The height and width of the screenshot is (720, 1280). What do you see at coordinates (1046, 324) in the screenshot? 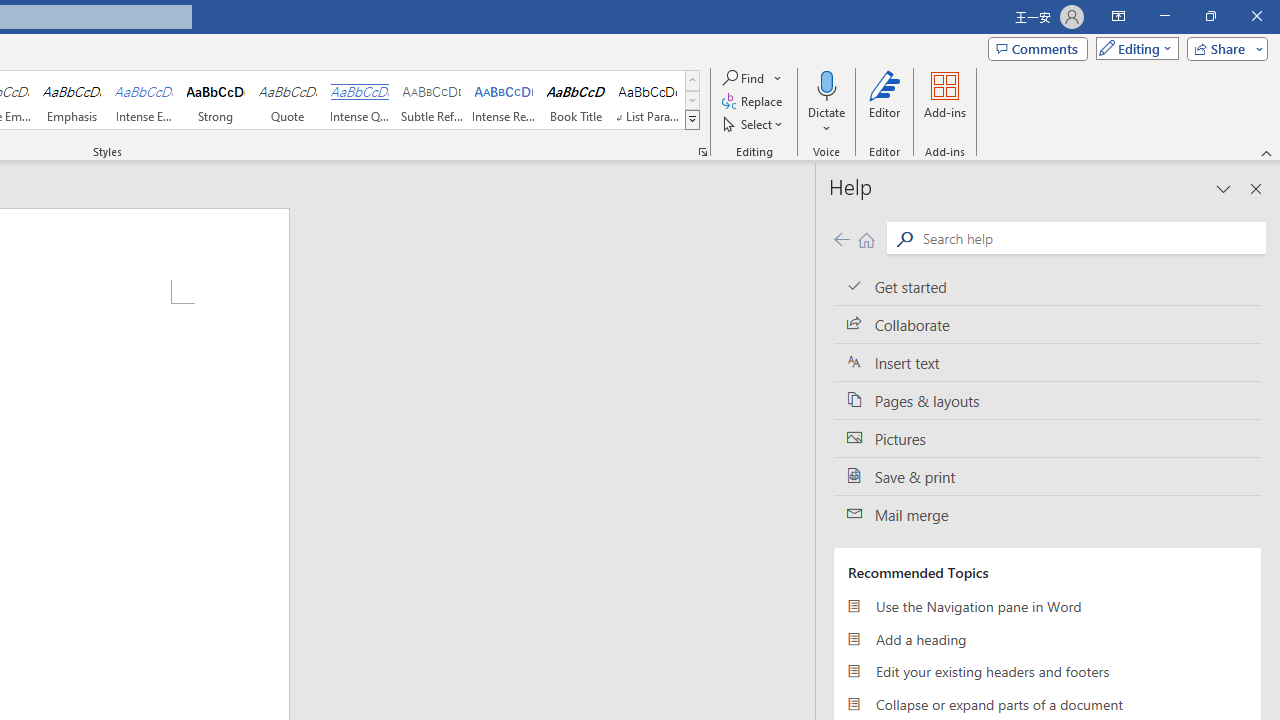
I see `'Collaborate'` at bounding box center [1046, 324].